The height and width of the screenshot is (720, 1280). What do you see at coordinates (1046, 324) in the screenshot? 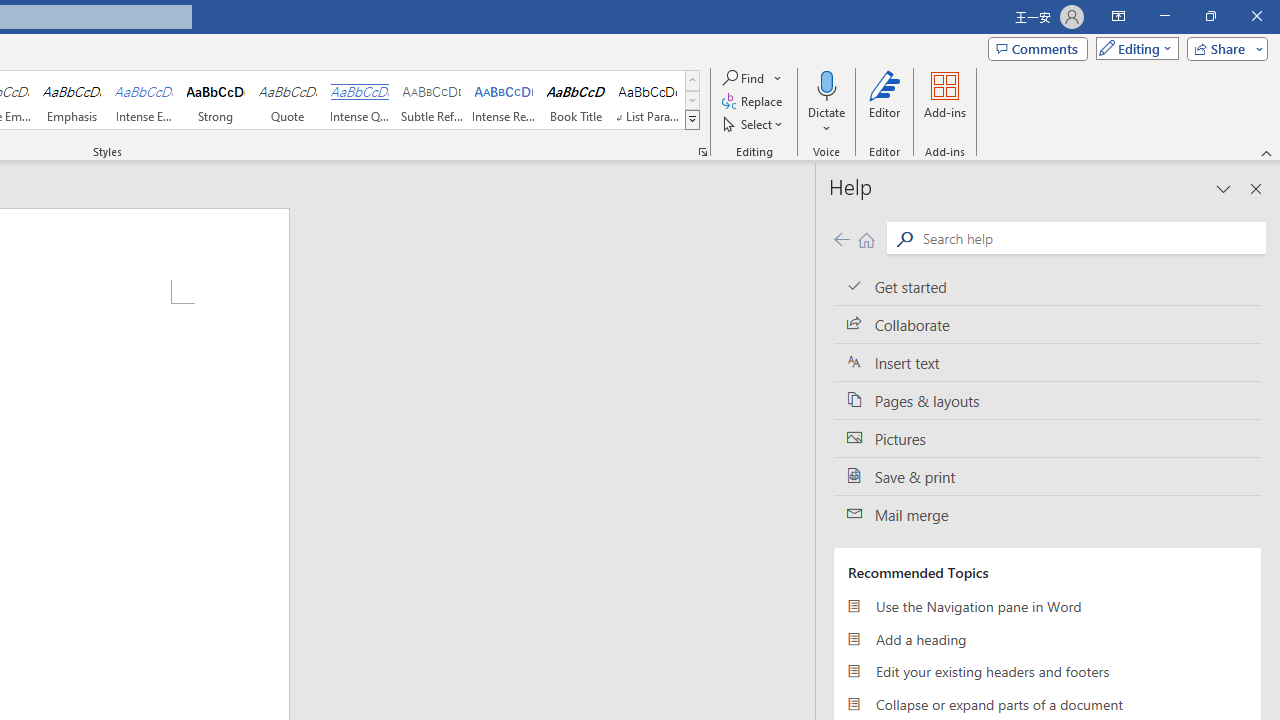
I see `'Collaborate'` at bounding box center [1046, 324].